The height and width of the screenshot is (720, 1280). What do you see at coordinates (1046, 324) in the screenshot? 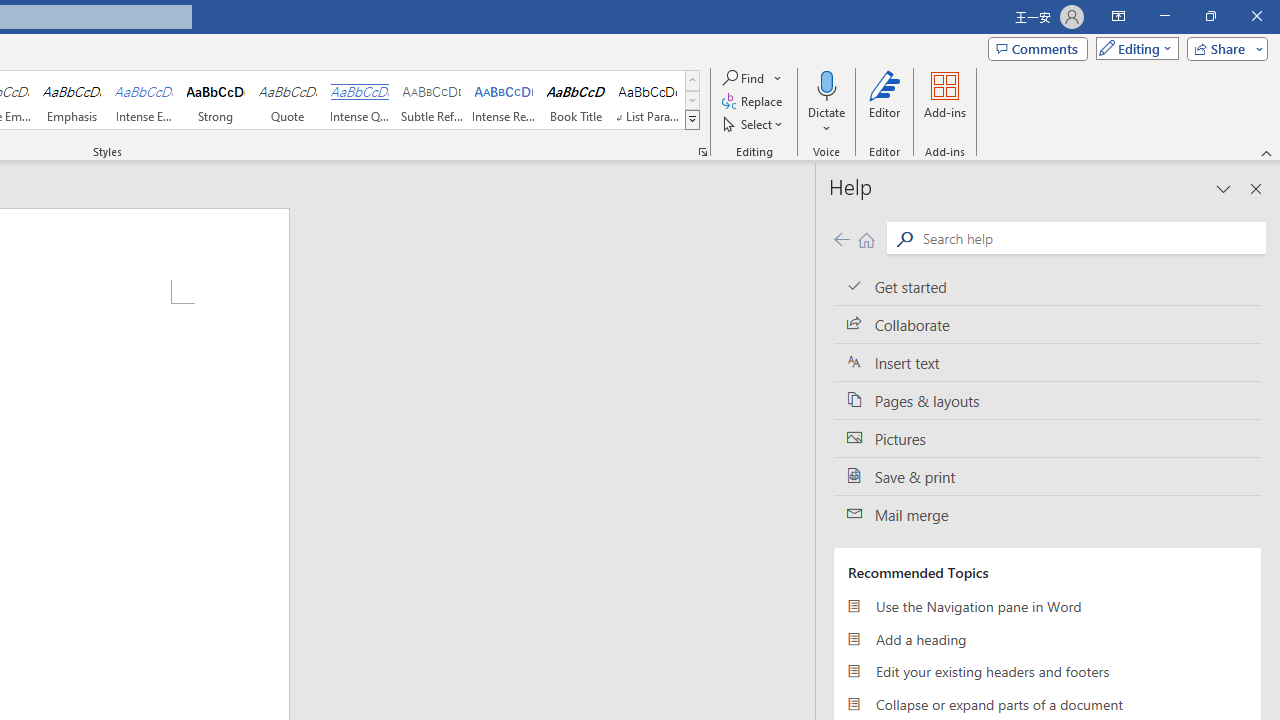
I see `'Collaborate'` at bounding box center [1046, 324].